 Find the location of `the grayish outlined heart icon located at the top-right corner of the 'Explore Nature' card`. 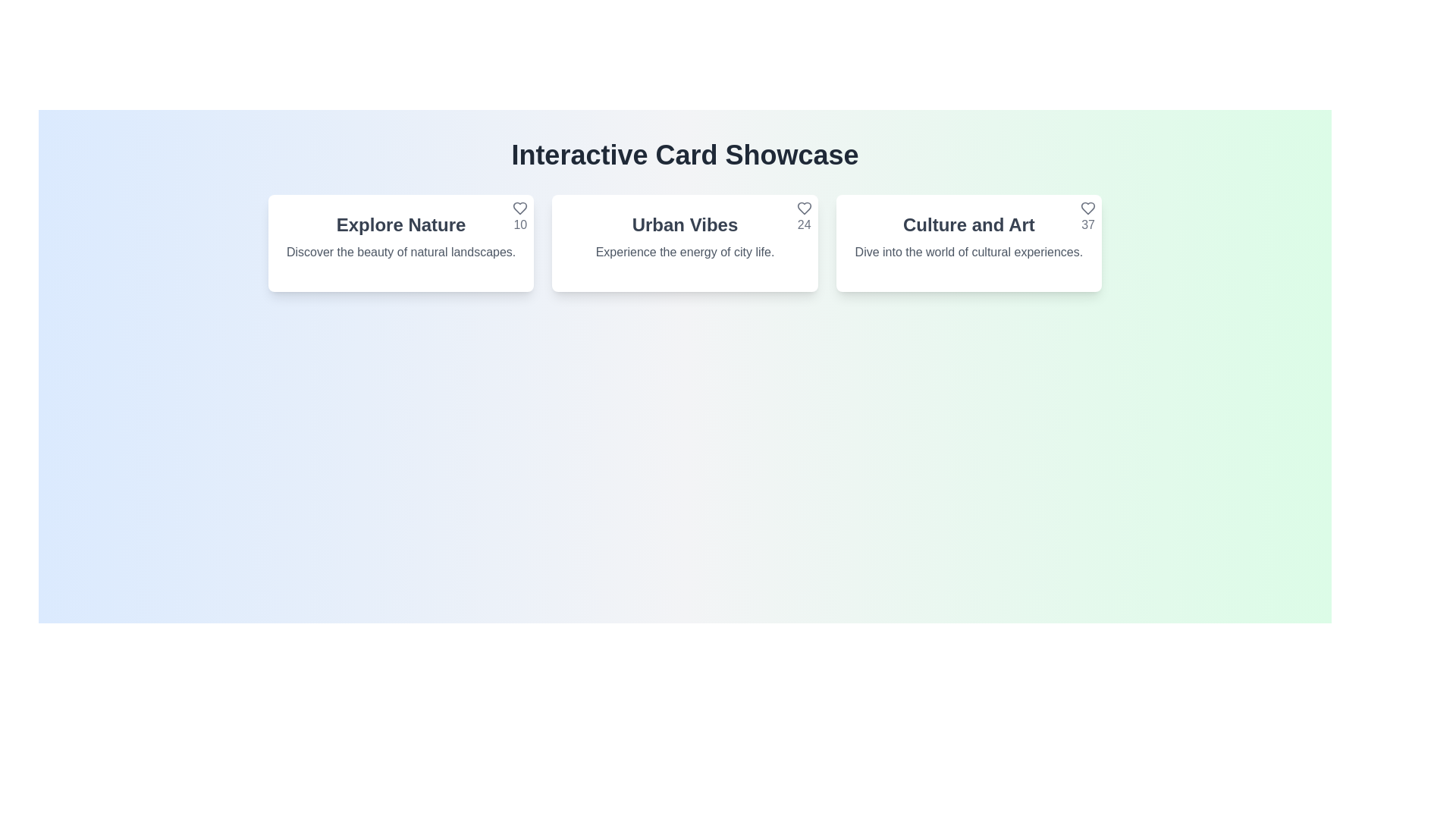

the grayish outlined heart icon located at the top-right corner of the 'Explore Nature' card is located at coordinates (520, 208).